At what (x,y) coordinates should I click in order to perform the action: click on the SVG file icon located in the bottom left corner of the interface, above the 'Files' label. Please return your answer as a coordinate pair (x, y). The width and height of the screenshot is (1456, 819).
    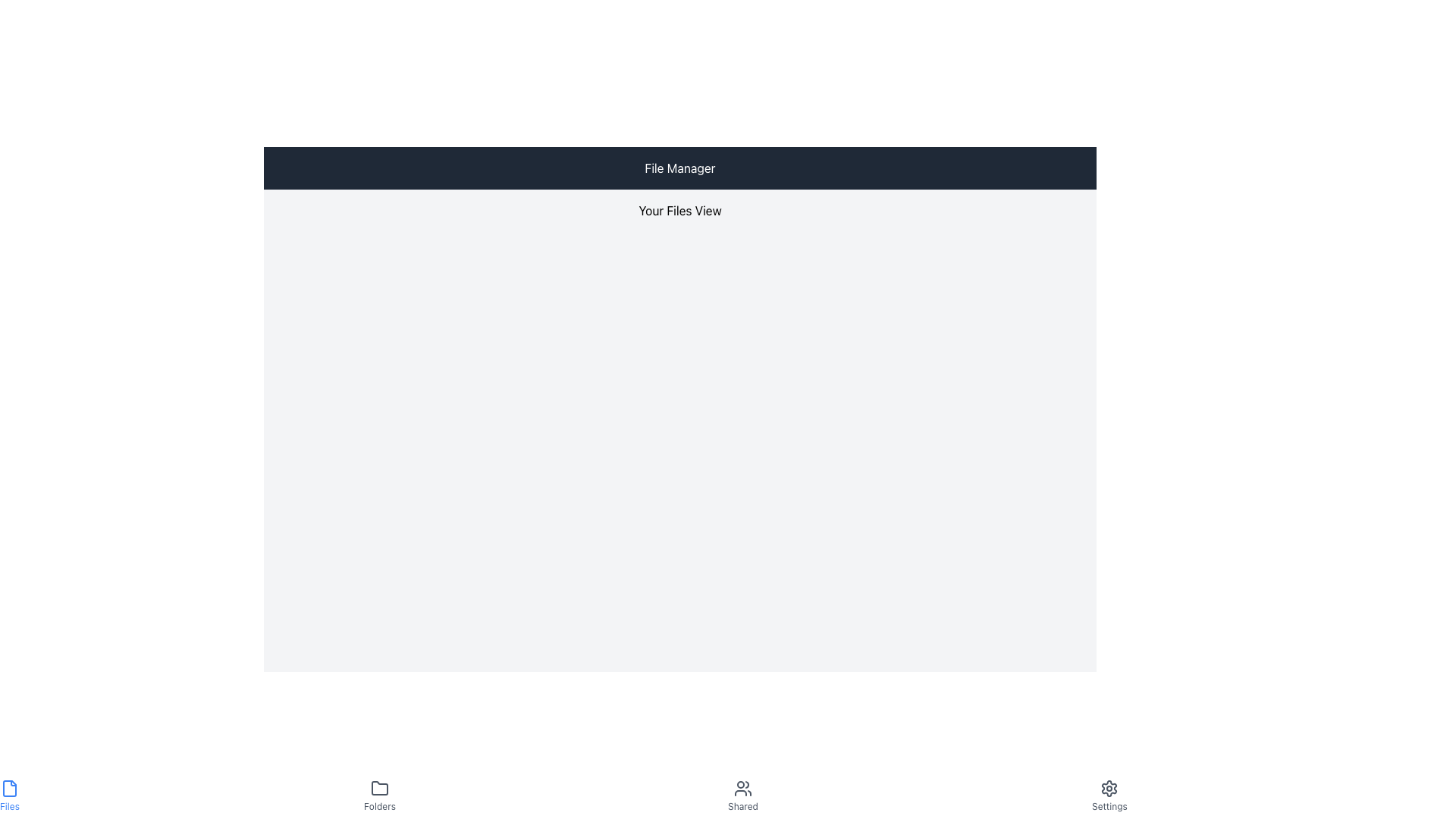
    Looking at the image, I should click on (10, 788).